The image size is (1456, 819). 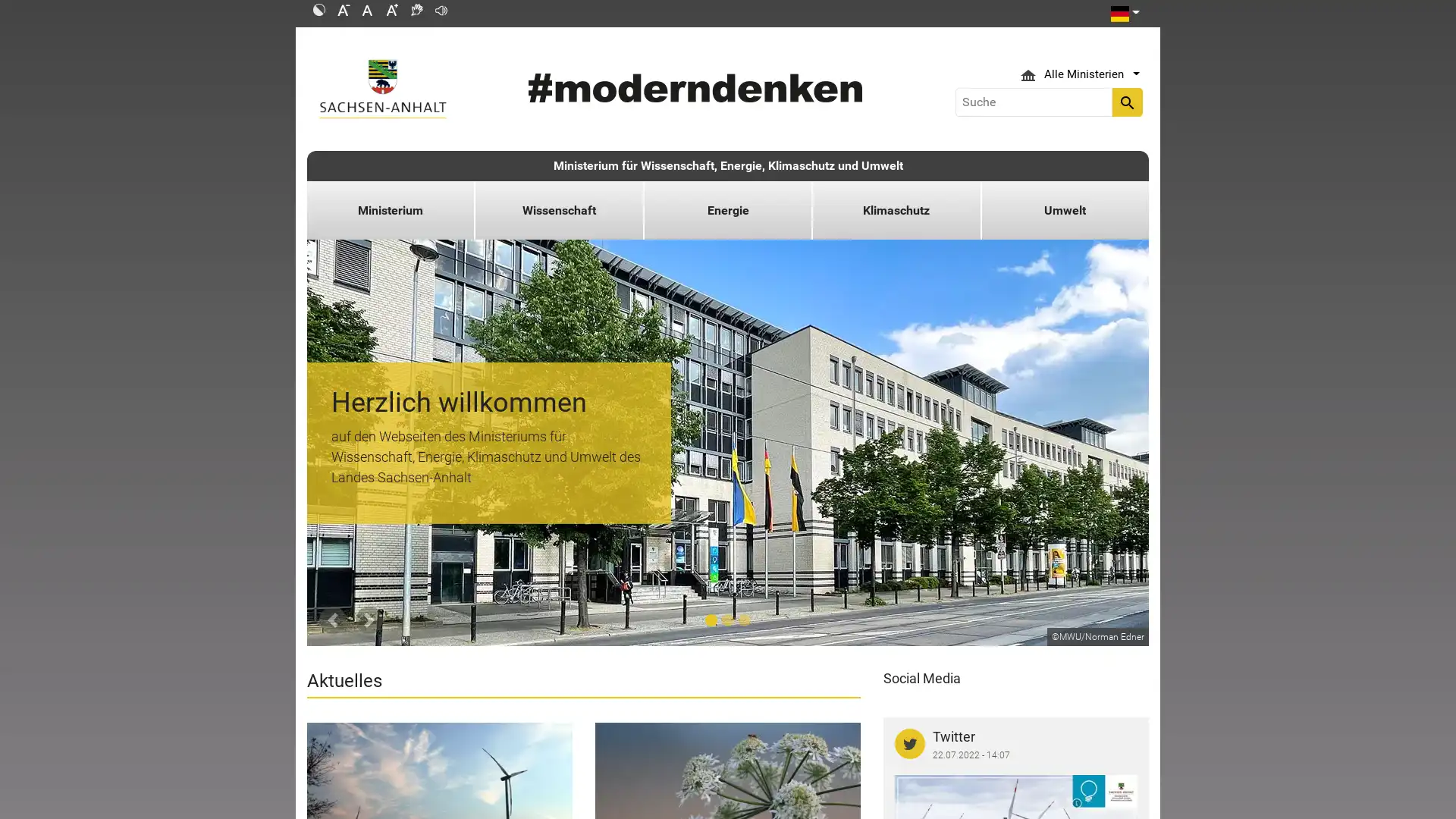 I want to click on Readspeaker: Mit dieser Funktion konnen Sie den Text dieser Seite anhoren., so click(x=440, y=9).